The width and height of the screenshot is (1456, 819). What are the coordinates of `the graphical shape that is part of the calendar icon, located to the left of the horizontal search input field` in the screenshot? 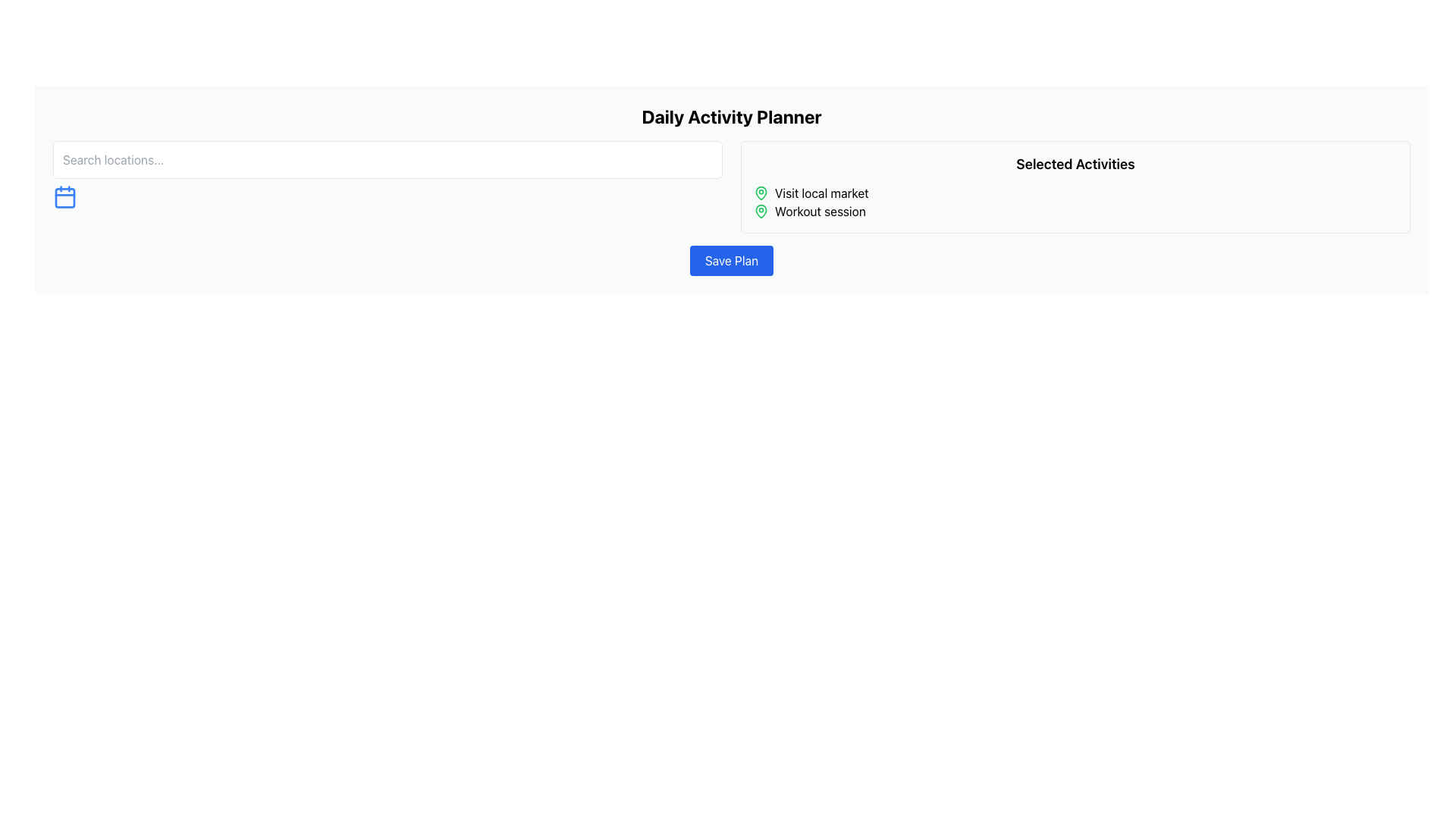 It's located at (64, 197).